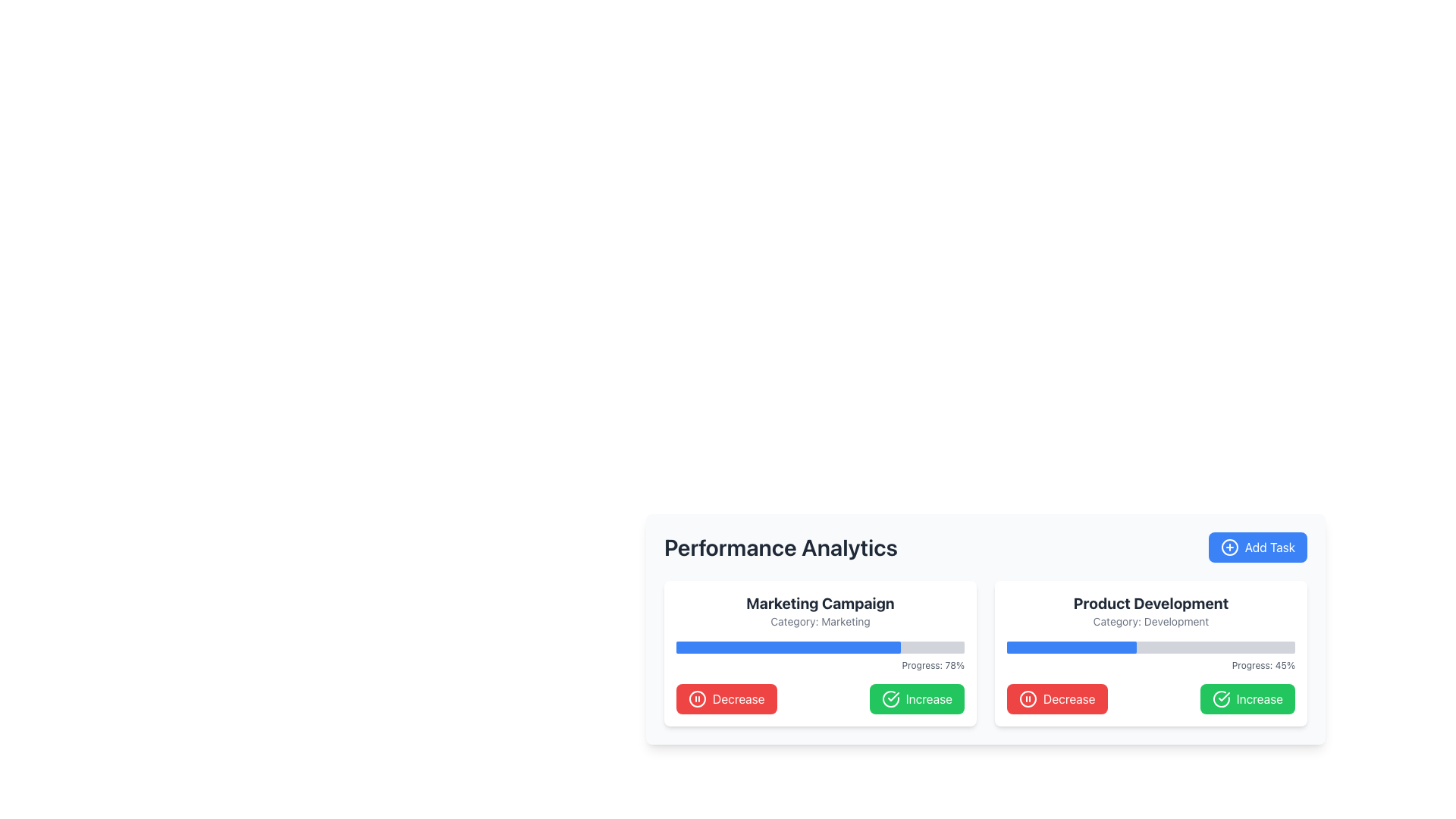  Describe the element at coordinates (1247, 698) in the screenshot. I see `the 'Increase' button with a green background and a checkmark icon, located in the bottom-right corner of the 'Product Development' card` at that location.